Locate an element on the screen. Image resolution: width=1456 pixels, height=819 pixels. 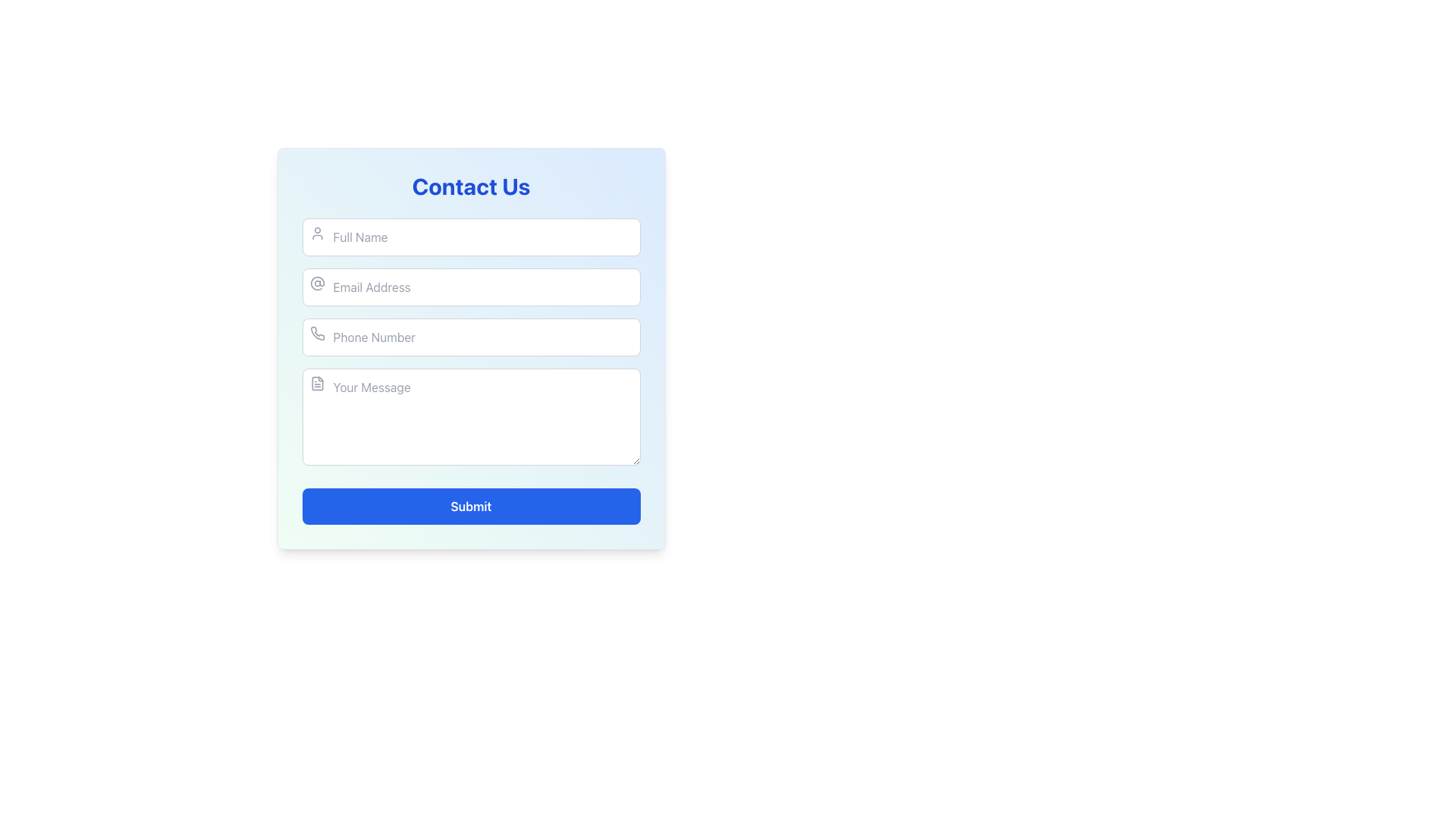
the compact, phone-shaped icon rendered in a minimalist, line-art style, which is positioned to the left of the placeholder text within the 'Phone Number' input field in the 'Contact Us' form is located at coordinates (316, 332).